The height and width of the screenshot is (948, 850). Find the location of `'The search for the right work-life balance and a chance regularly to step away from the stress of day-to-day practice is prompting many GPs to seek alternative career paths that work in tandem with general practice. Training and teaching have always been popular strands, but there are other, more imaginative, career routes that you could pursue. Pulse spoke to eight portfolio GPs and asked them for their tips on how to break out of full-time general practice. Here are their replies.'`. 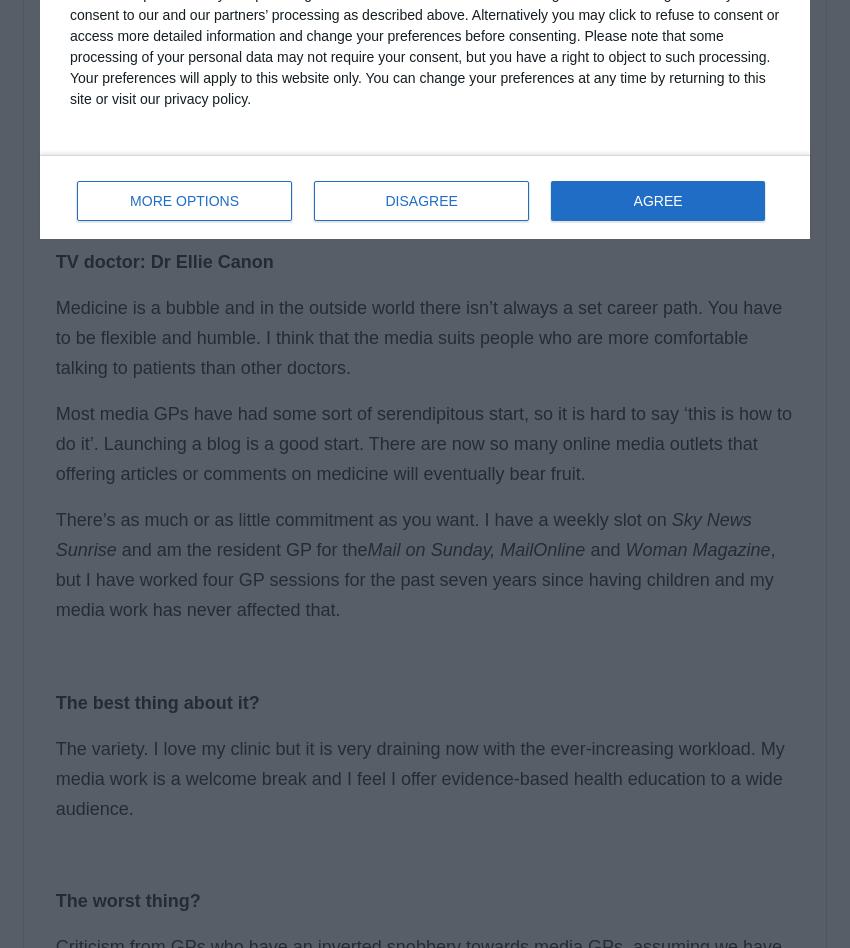

'The search for the right work-life balance and a chance regularly to step away from the stress of day-to-day practice is prompting many GPs to seek alternative career paths that work in tandem with general practice. Training and teaching have always been popular strands, but there are other, more imaginative, career routes that you could pursue. Pulse spoke to eight portfolio GPs and asked them for their tips on how to break out of full-time general practice. Here are their replies.' is located at coordinates (410, 94).